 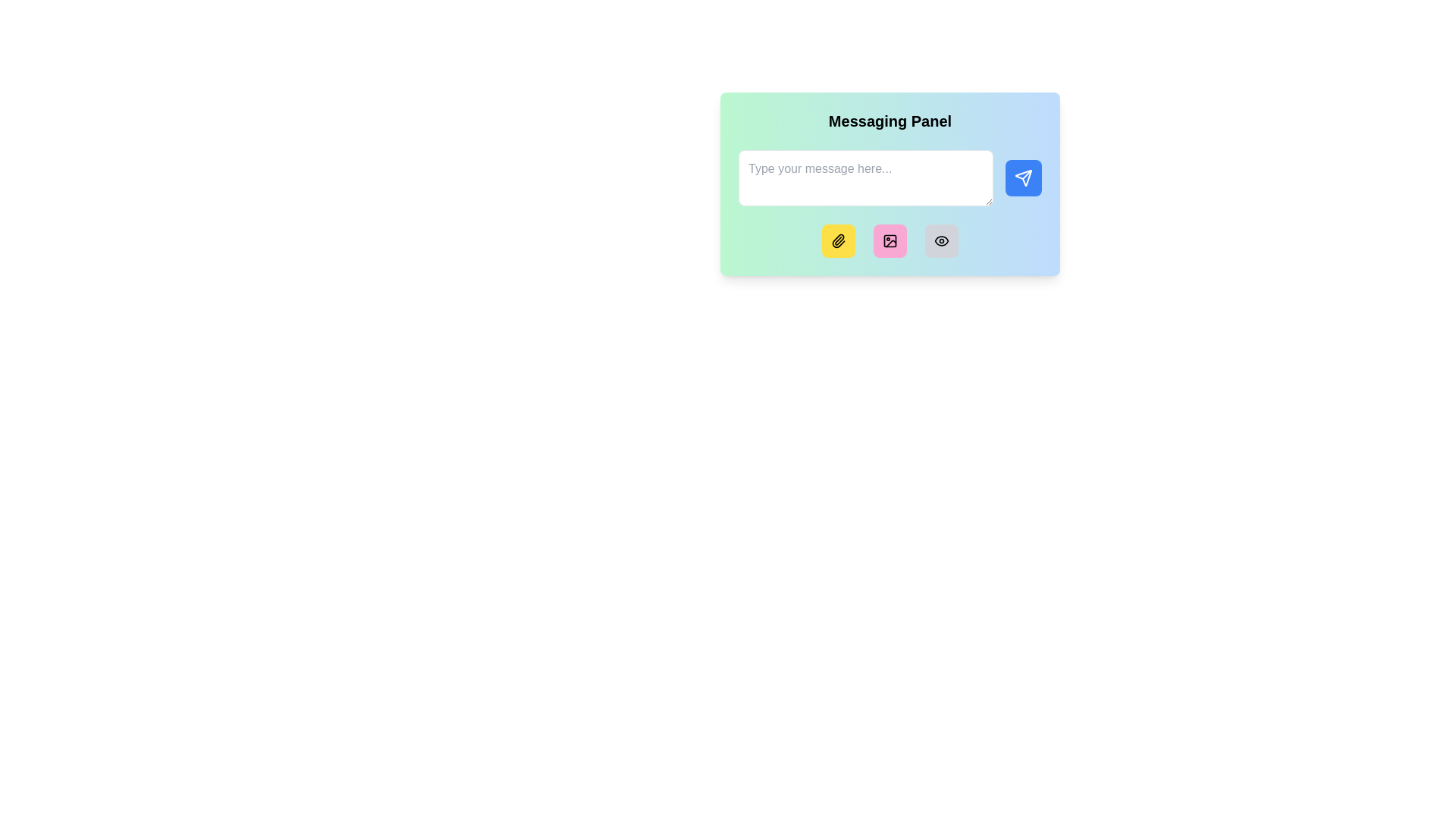 What do you see at coordinates (866, 177) in the screenshot?
I see `the text input field that has a placeholder text 'Type your message here...'` at bounding box center [866, 177].